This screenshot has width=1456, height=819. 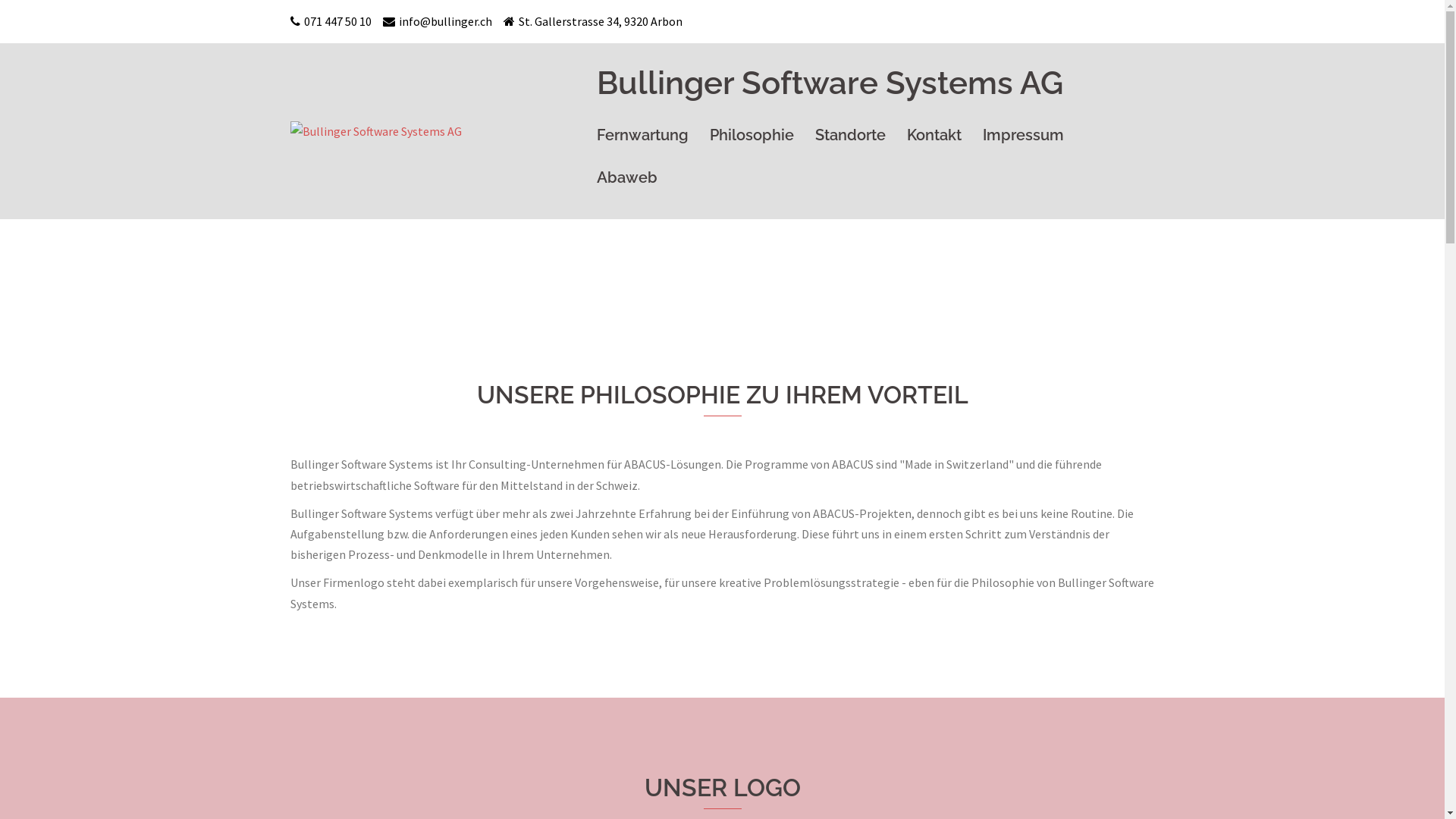 What do you see at coordinates (849, 140) in the screenshot?
I see `'Standorte'` at bounding box center [849, 140].